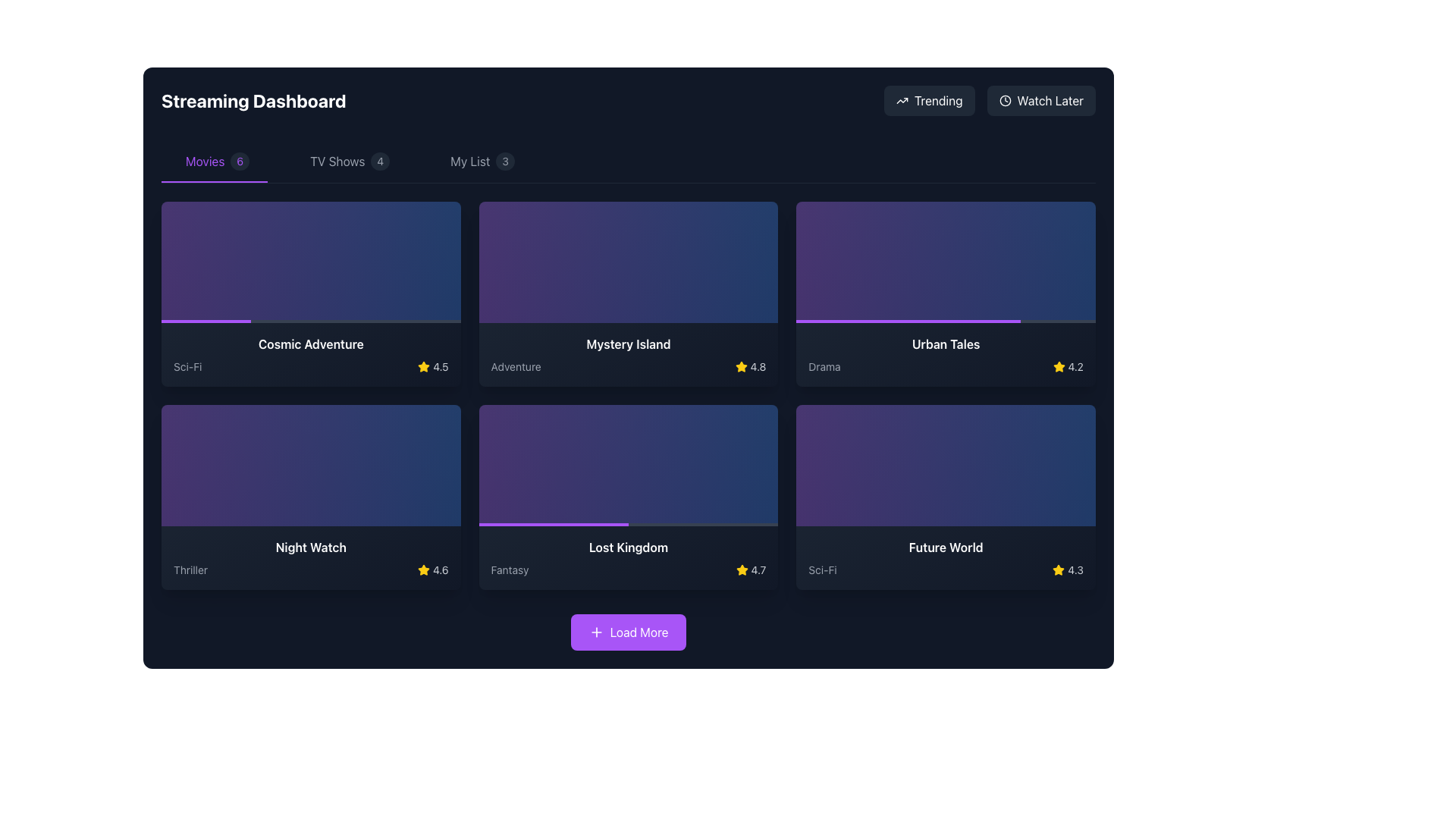  I want to click on the button with an icon and text that adds items to the 'Watch Later' list, located in the header section to the right of the 'Trending' button, so click(1040, 100).